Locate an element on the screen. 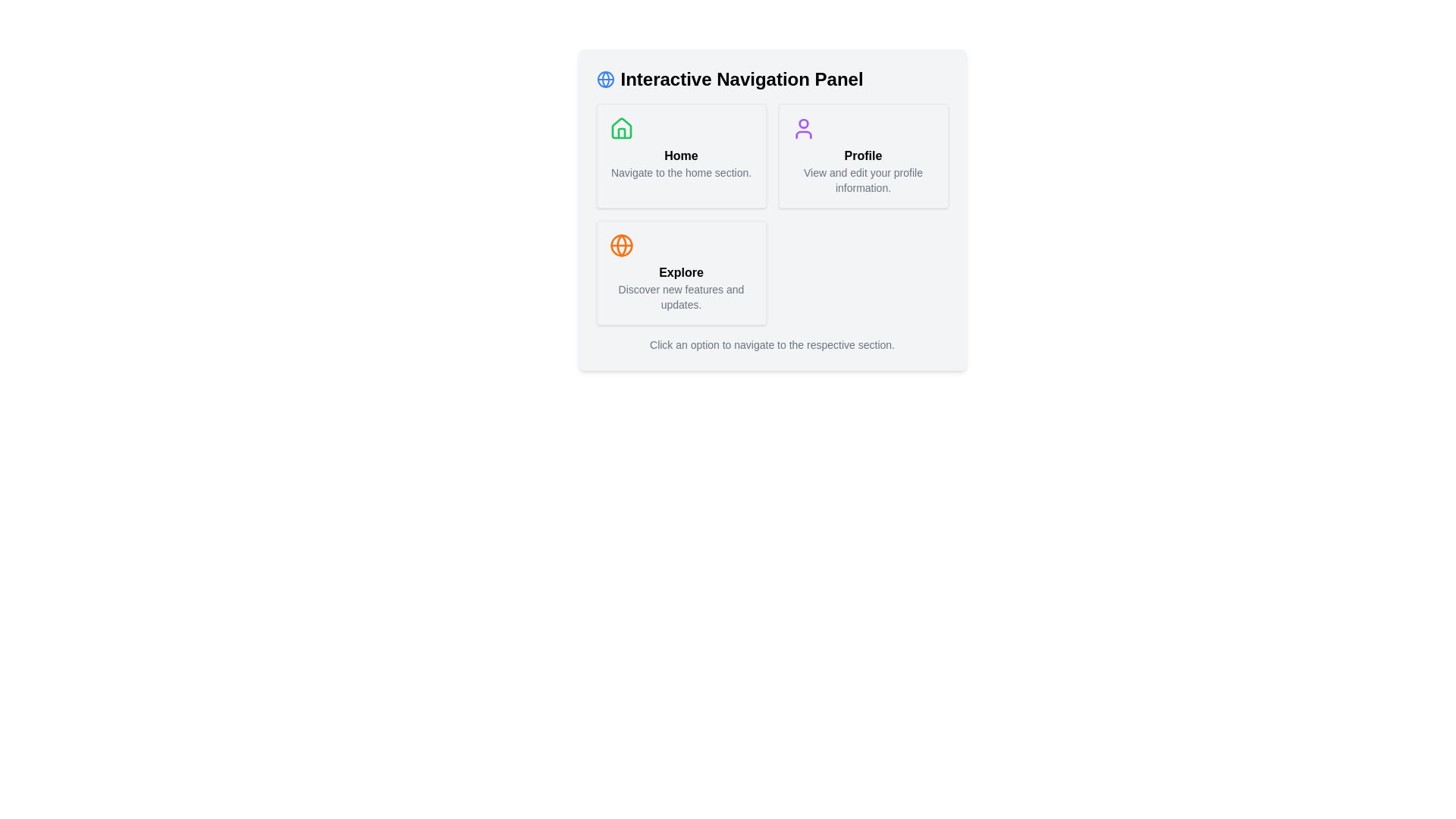 The height and width of the screenshot is (819, 1456). descriptive text label 'Navigate to the home section.' located under the 'Home' title in the interactive card is located at coordinates (680, 171).